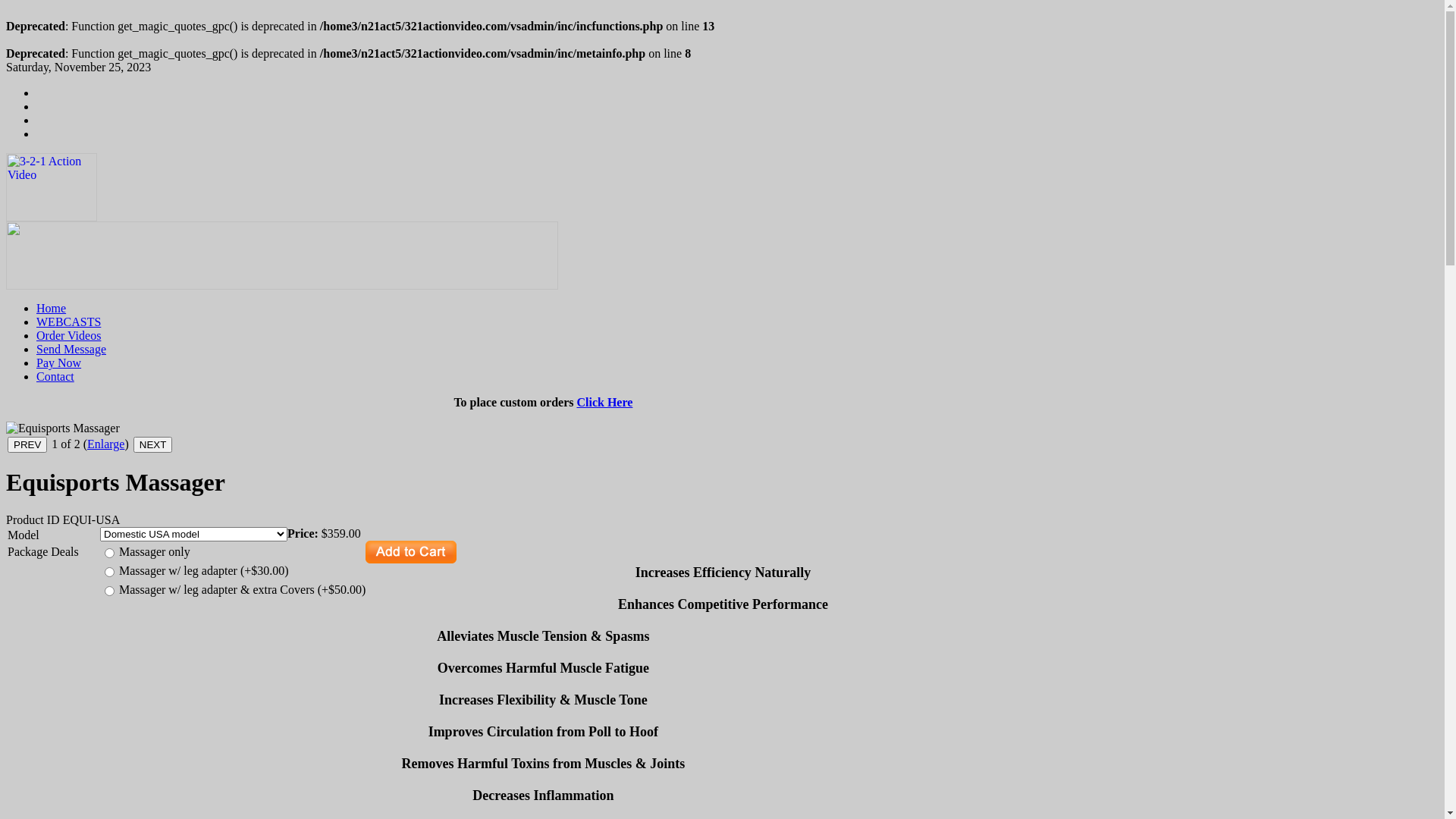 This screenshot has width=1456, height=819. Describe the element at coordinates (108, 572) in the screenshot. I see `'148'` at that location.